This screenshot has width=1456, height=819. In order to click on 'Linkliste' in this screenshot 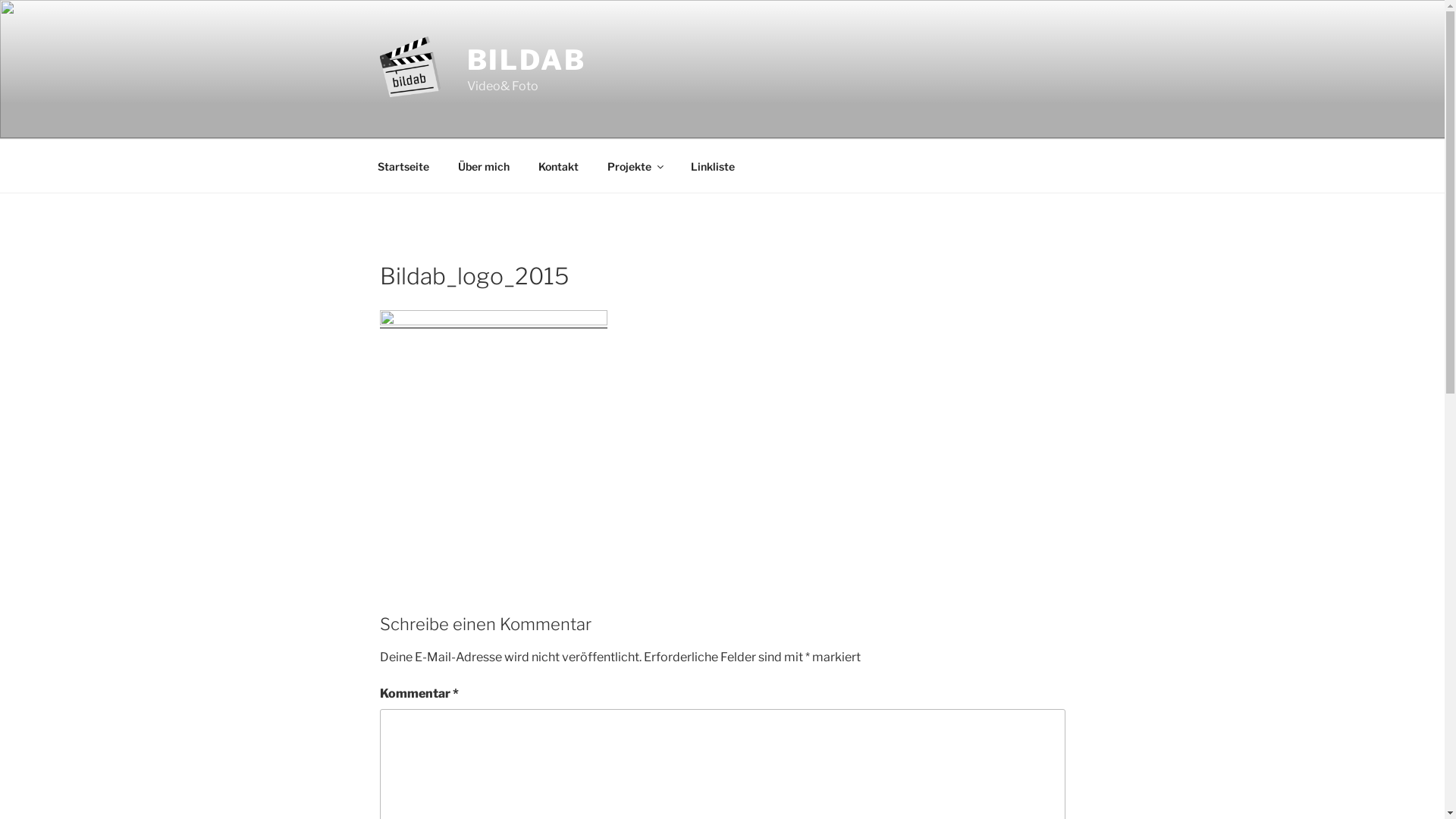, I will do `click(712, 165)`.